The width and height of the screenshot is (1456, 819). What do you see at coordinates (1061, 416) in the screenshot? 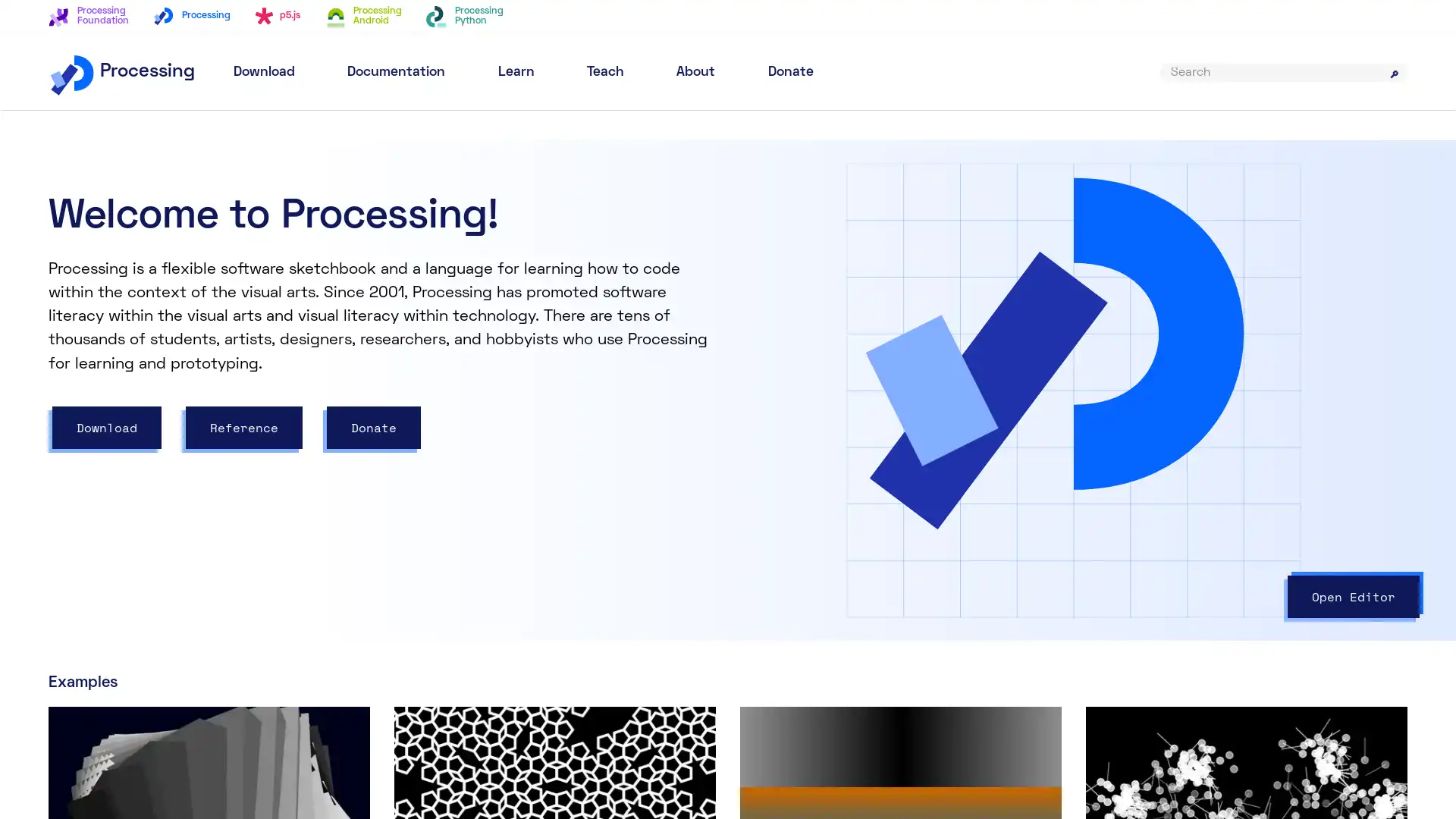
I see `change position` at bounding box center [1061, 416].